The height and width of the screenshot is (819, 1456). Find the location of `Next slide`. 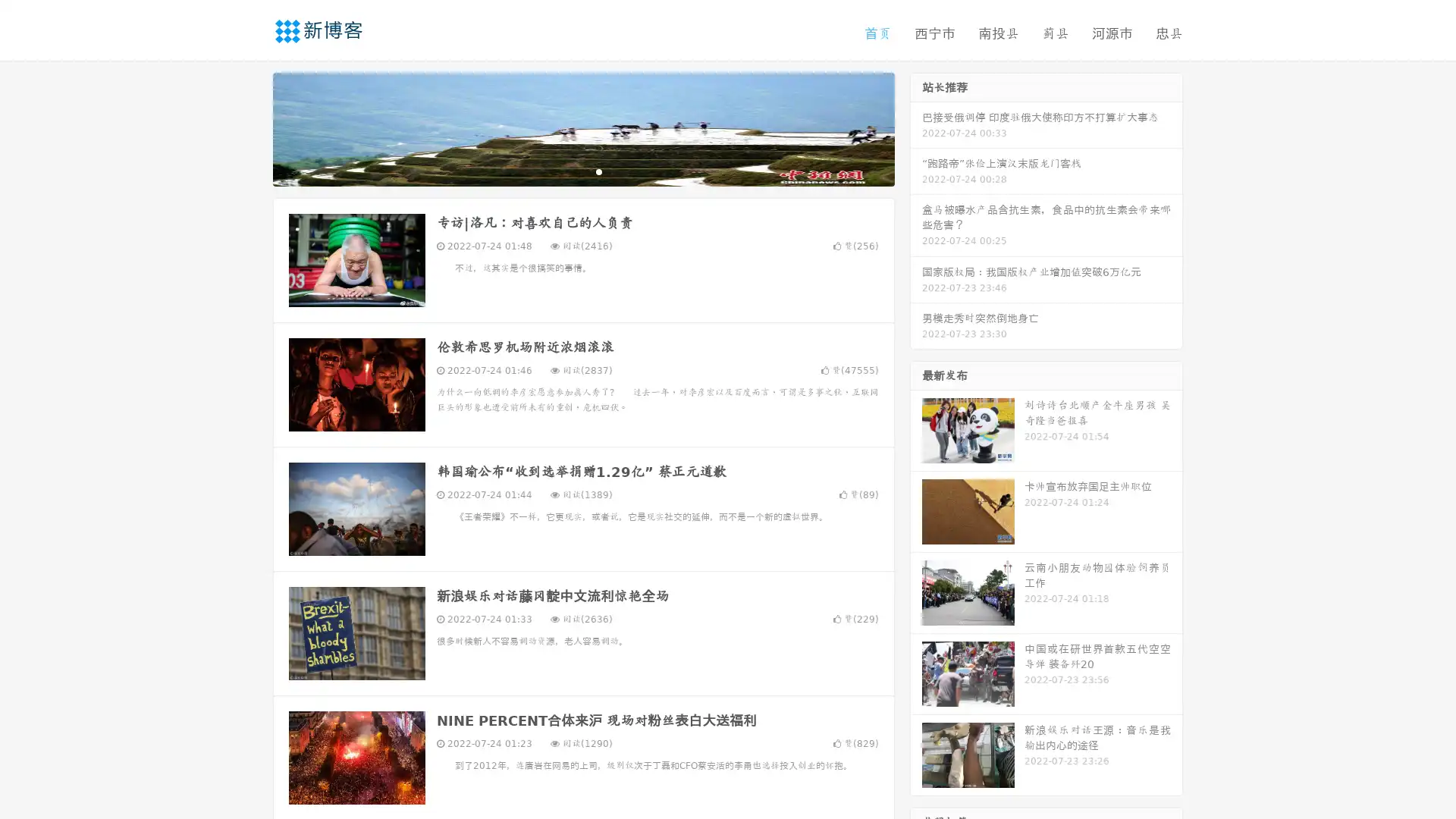

Next slide is located at coordinates (916, 127).